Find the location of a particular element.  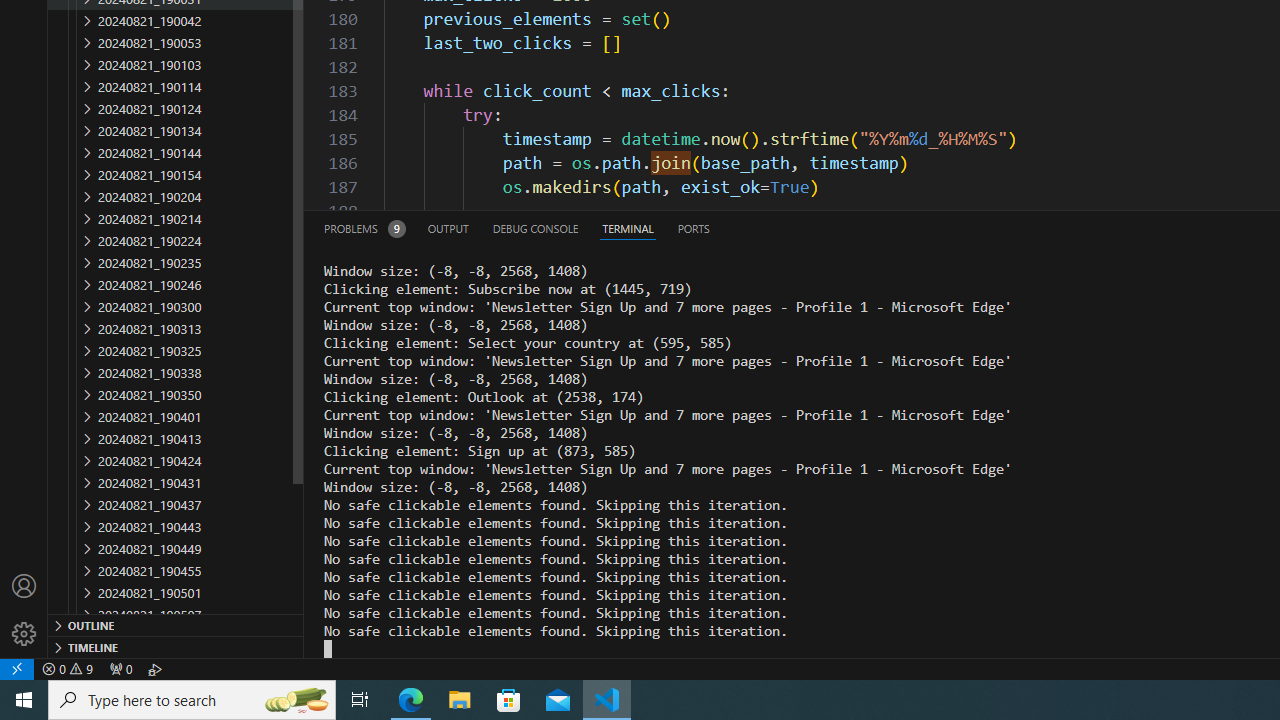

'Timeline Section' is located at coordinates (176, 646).